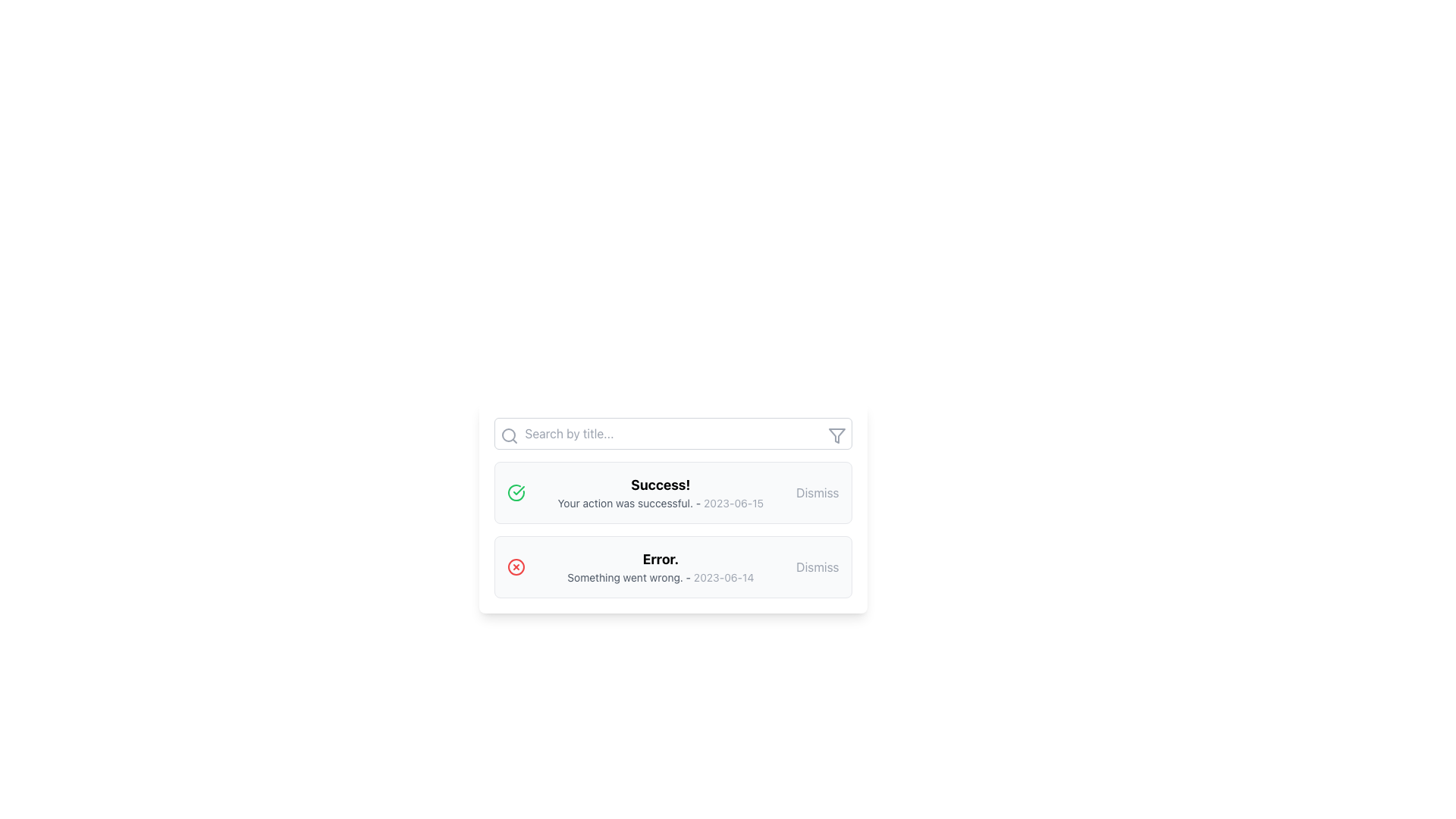 This screenshot has height=819, width=1456. I want to click on the 'Dismiss' button, which is styled with gray color and changes to red on hover, so click(817, 567).